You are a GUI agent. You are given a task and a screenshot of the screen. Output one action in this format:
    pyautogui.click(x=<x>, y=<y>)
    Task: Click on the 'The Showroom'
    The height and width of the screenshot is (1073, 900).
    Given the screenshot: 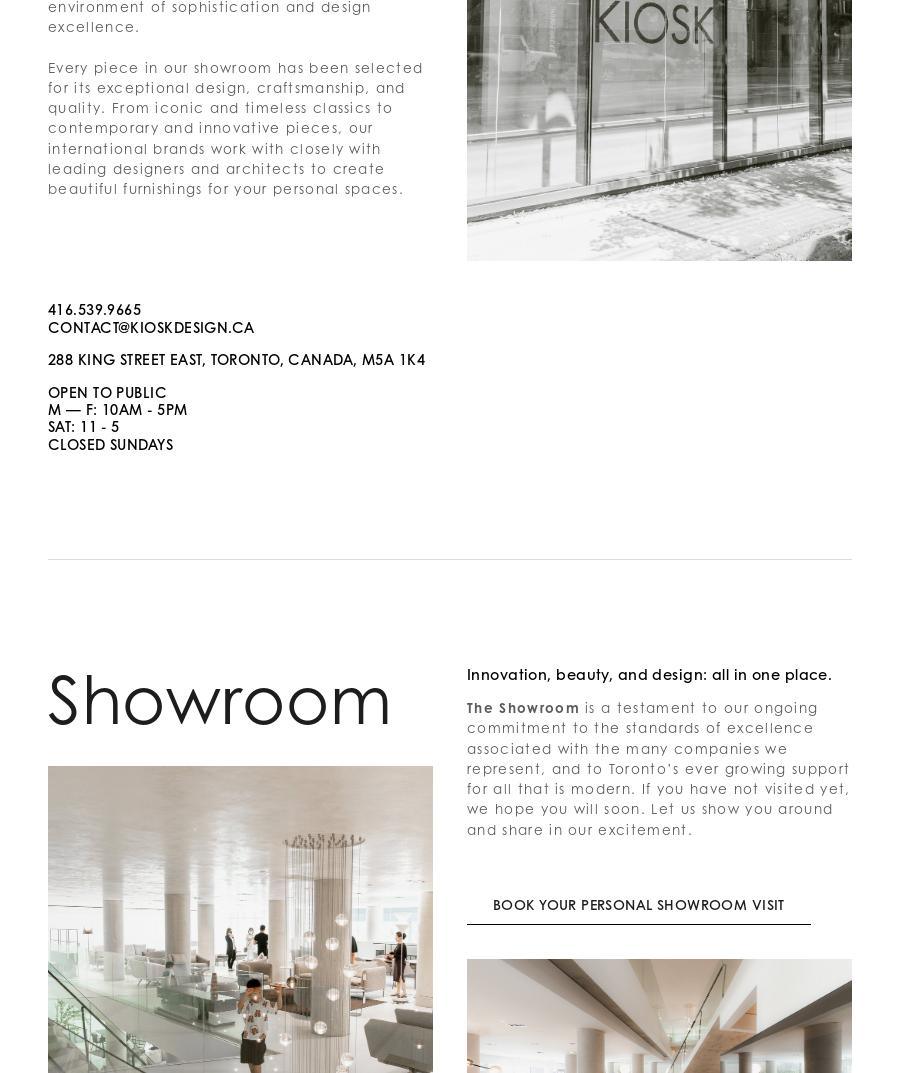 What is the action you would take?
    pyautogui.click(x=521, y=707)
    